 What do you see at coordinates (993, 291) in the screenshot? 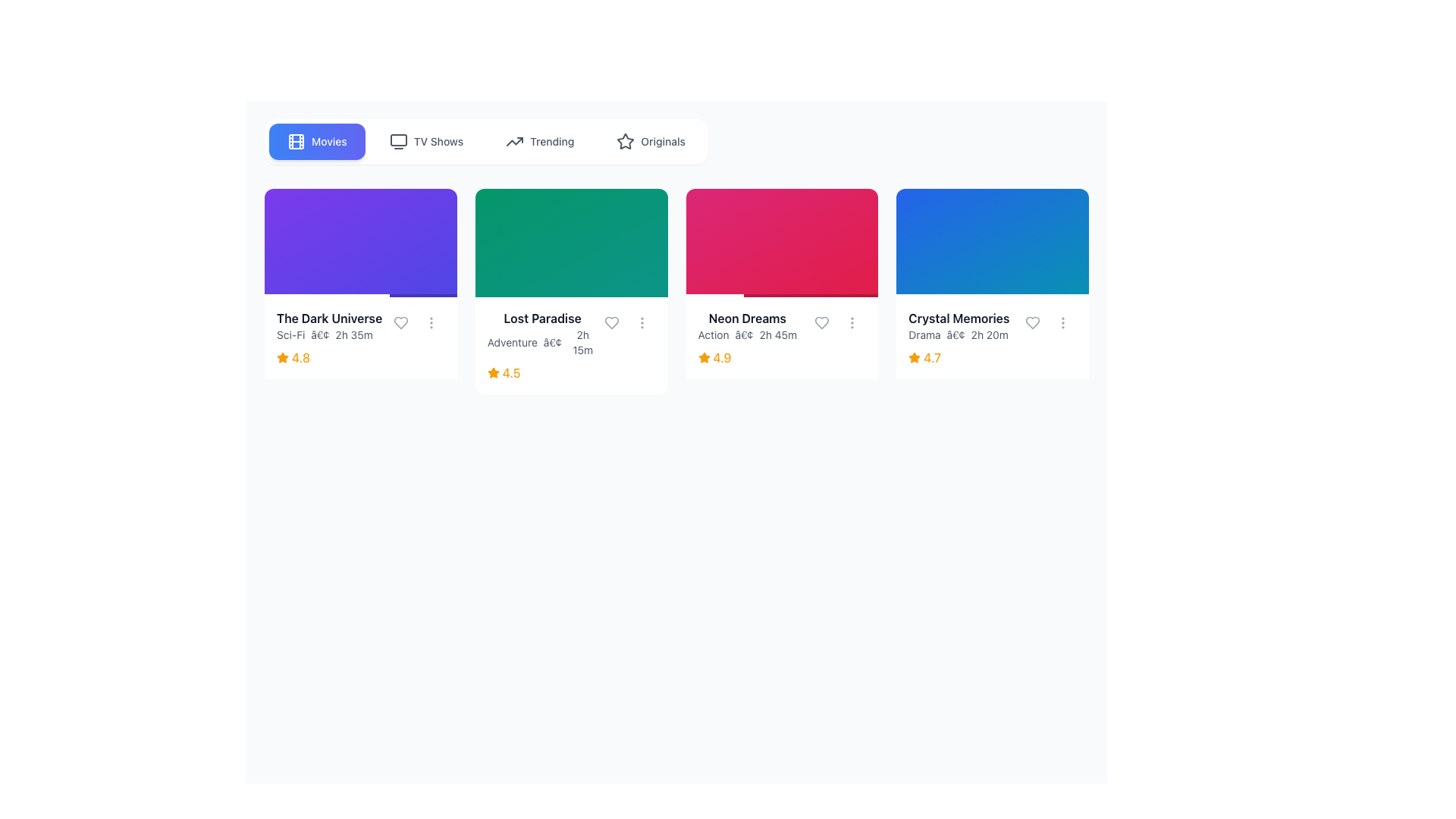
I see `the 'Crystal Memories' content card, which features the title in bold, genre as 'Drama', runtime '2h 20m', and a rating of '4.7' with a star icon` at bounding box center [993, 291].